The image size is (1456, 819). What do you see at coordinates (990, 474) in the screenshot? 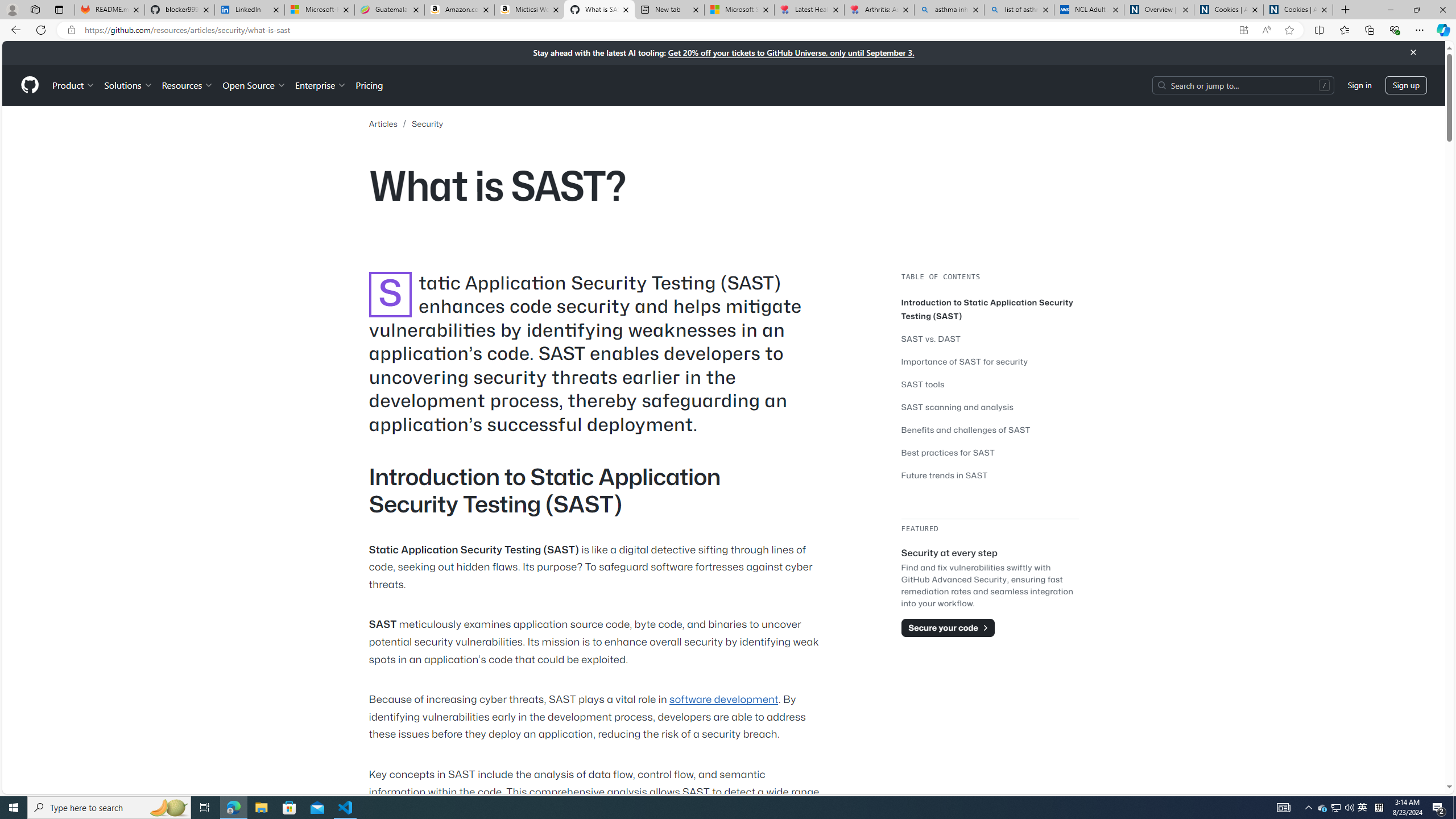
I see `'Future trends in SAST'` at bounding box center [990, 474].